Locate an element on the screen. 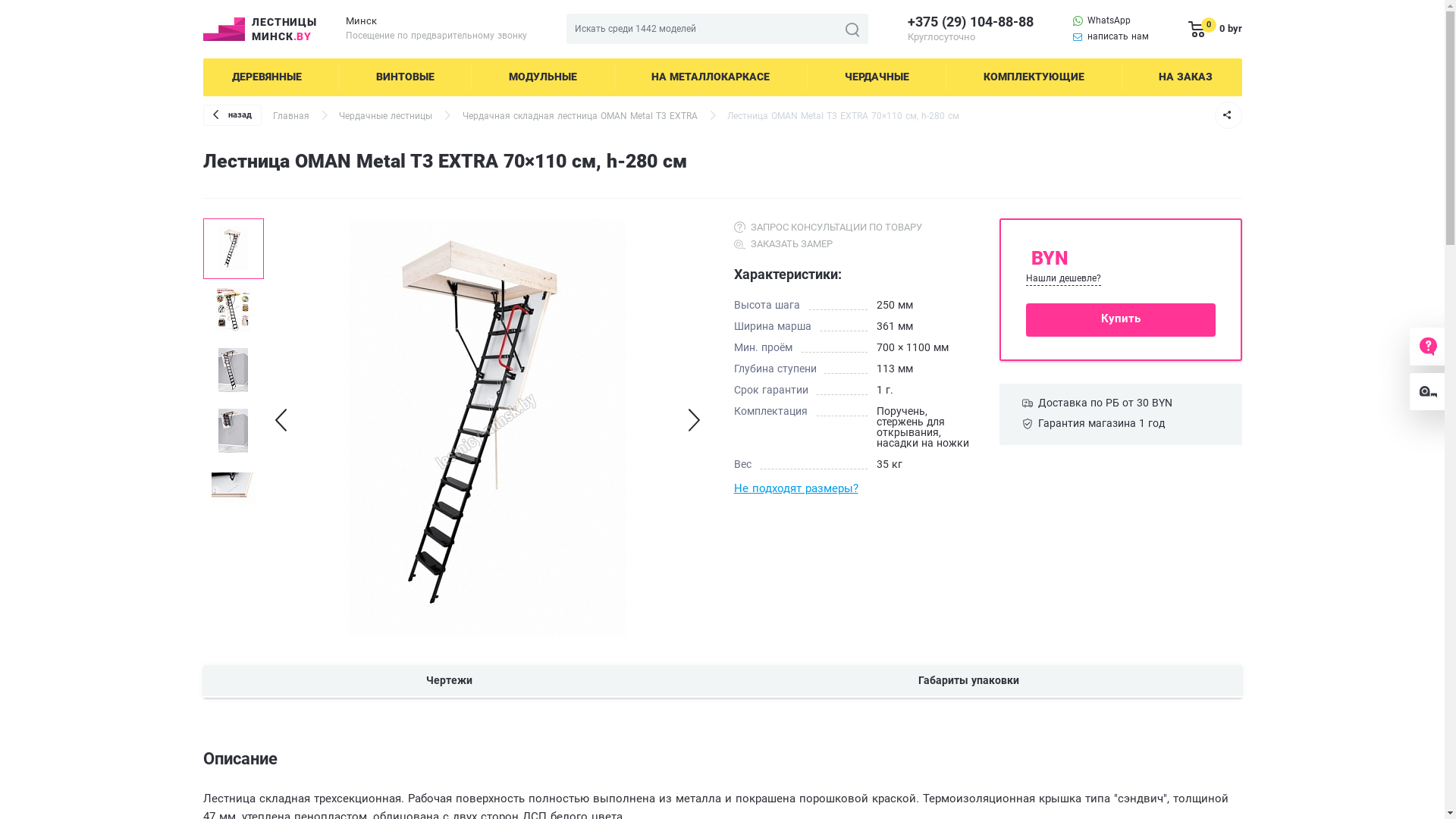  '0 is located at coordinates (1187, 29).